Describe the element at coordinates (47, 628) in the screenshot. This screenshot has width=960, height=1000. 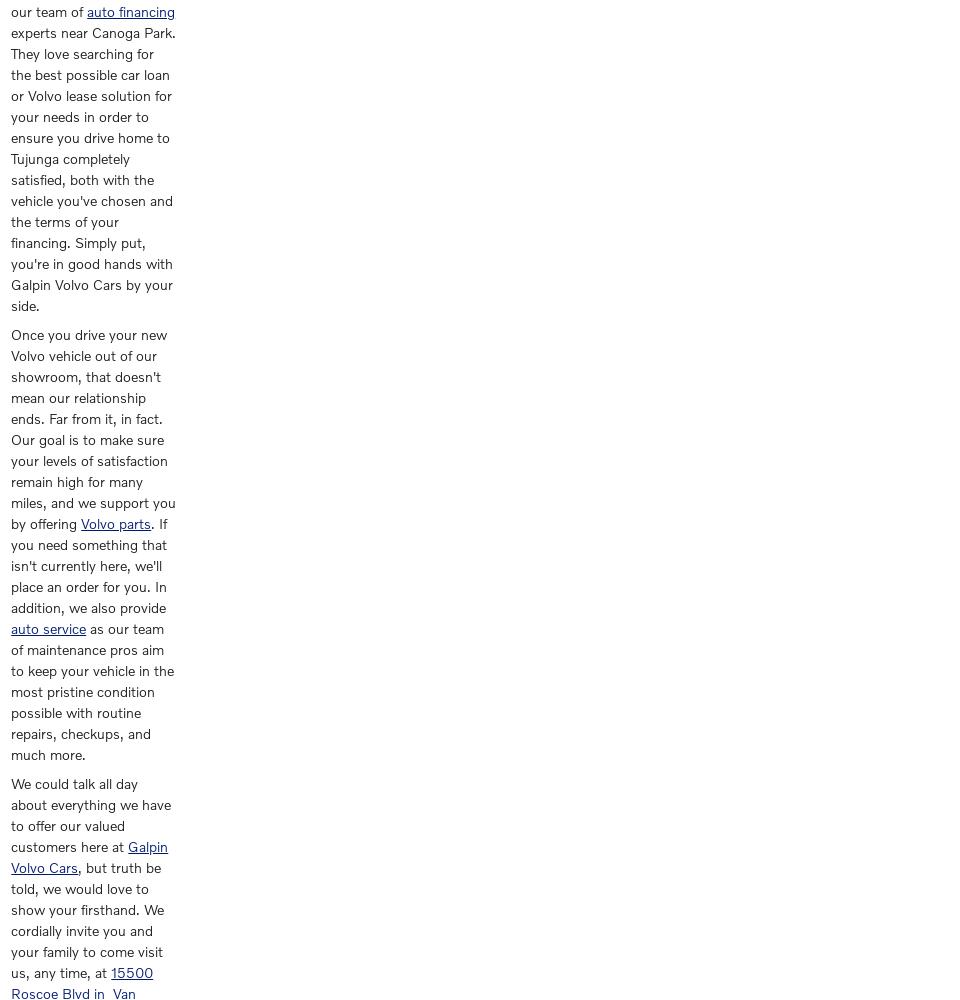
I see `'auto service'` at that location.